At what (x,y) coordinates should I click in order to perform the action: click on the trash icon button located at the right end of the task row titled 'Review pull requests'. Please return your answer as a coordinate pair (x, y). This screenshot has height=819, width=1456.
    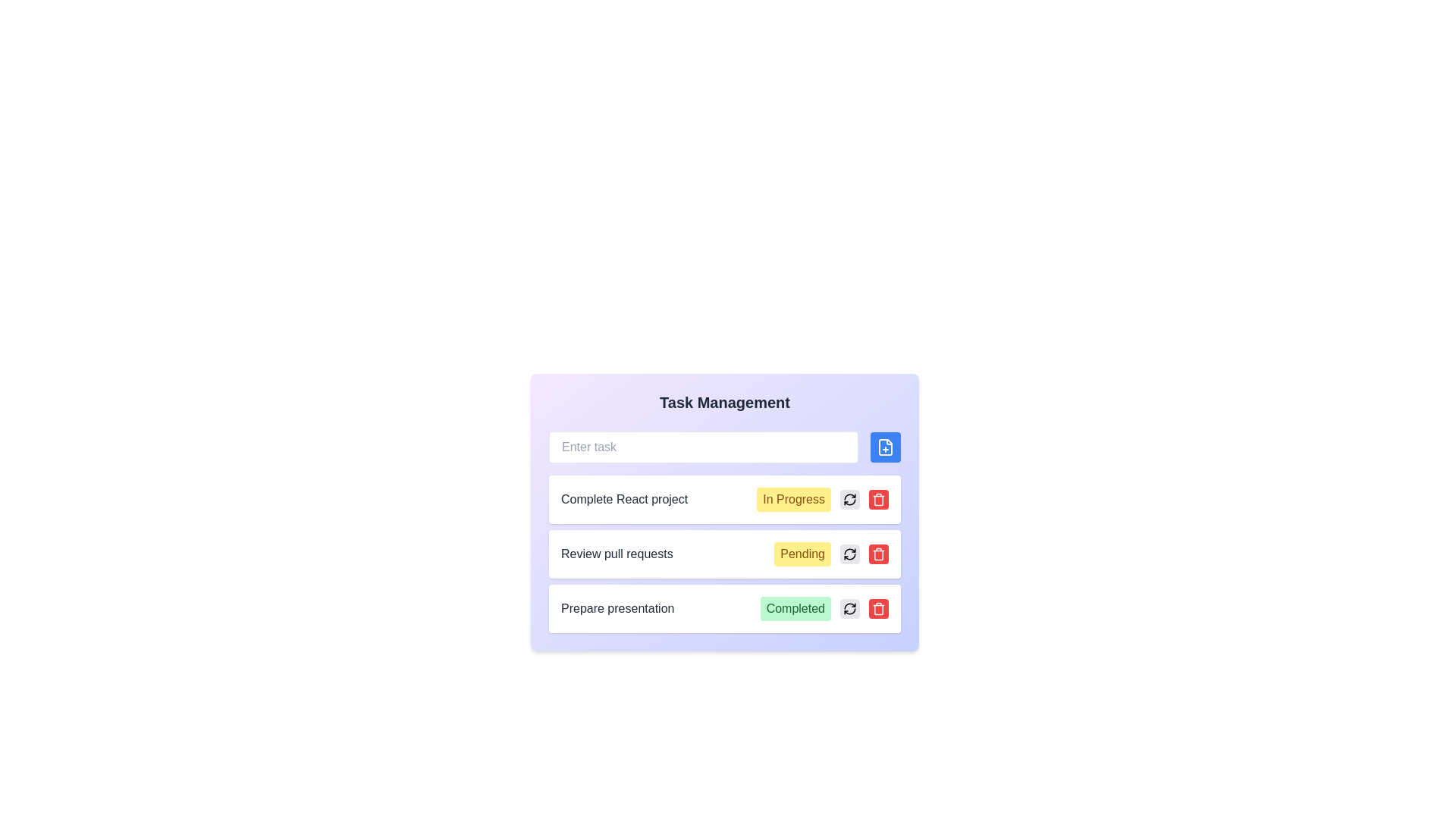
    Looking at the image, I should click on (878, 554).